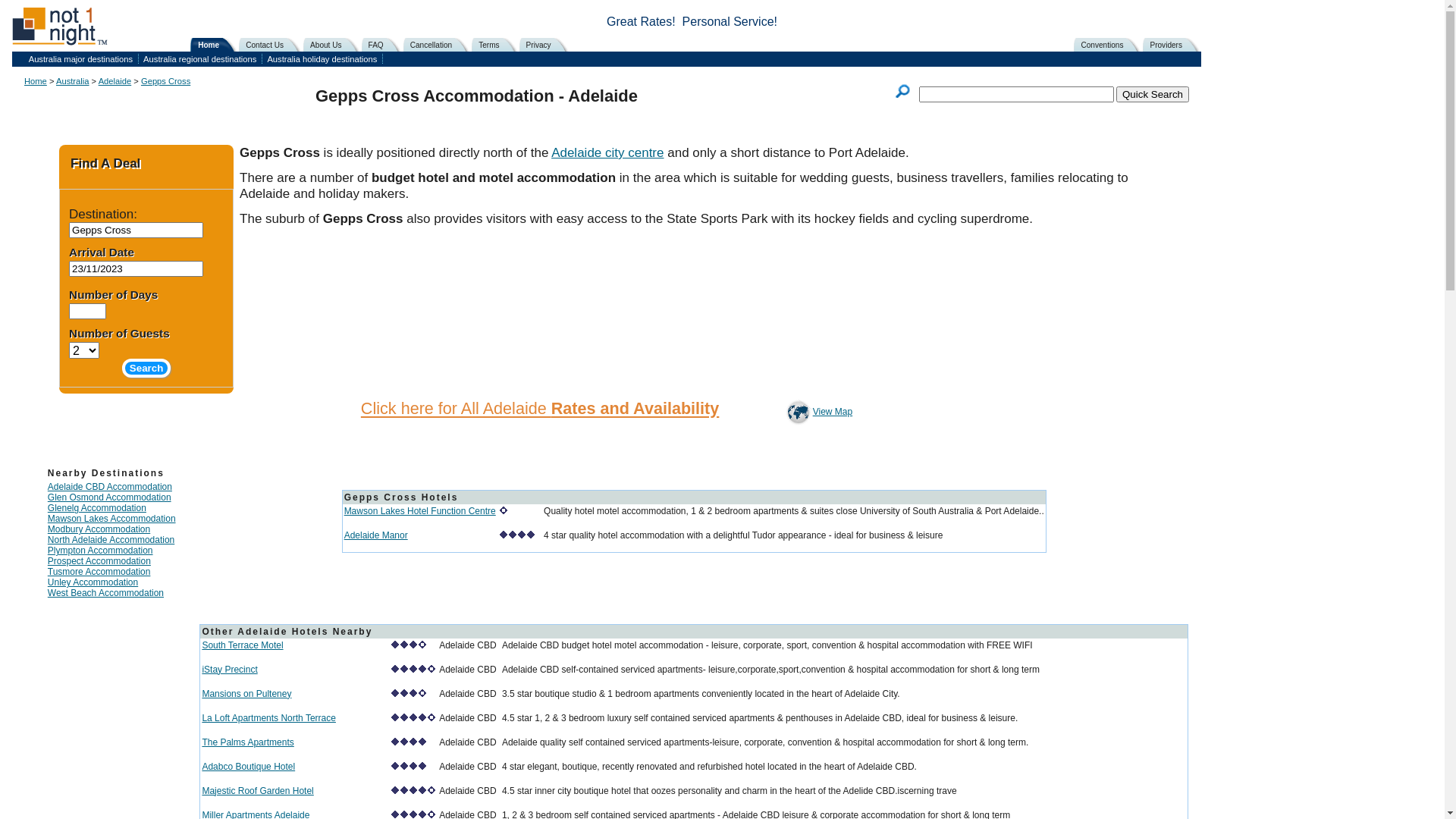 Image resolution: width=1456 pixels, height=819 pixels. I want to click on 'FAQ', so click(384, 43).